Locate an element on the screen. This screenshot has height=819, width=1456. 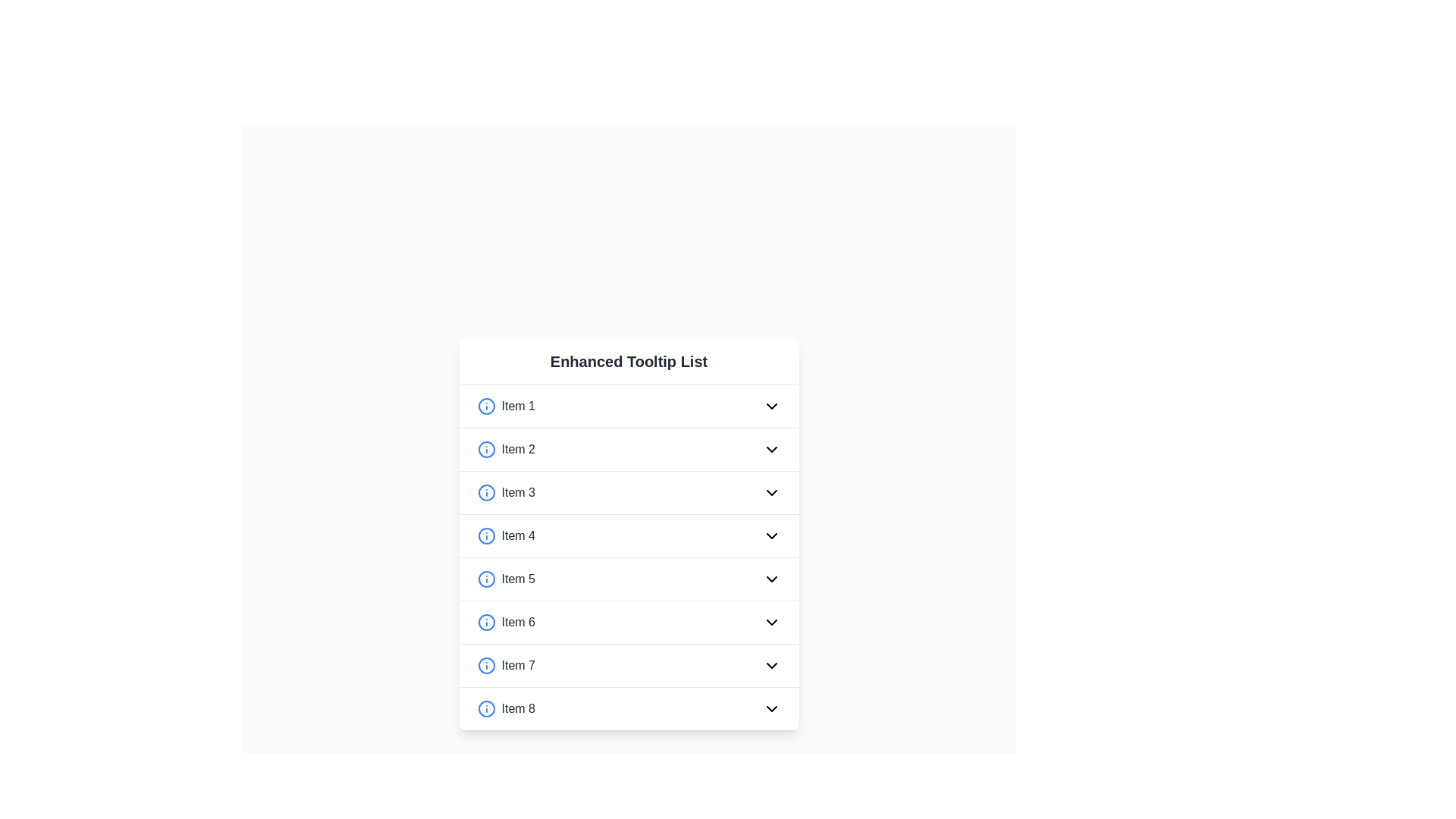
the blue circular icon with a white outline and a smaller filled blue circle inside, located to the left of the 'Item 6' text in the 'Enhanced Tooltip List' on the sixth row is located at coordinates (486, 623).